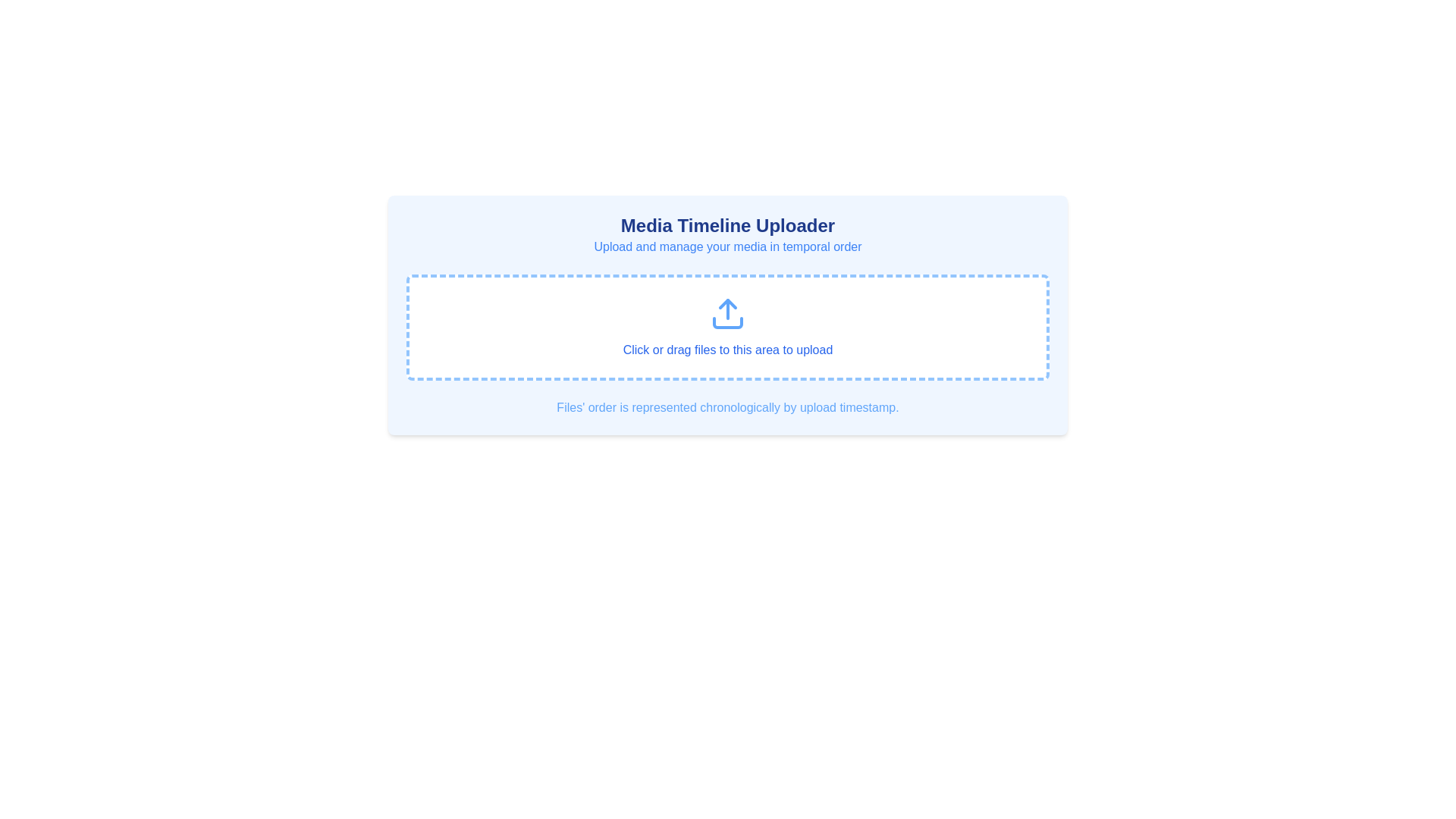 The width and height of the screenshot is (1456, 819). What do you see at coordinates (728, 304) in the screenshot?
I see `the filled blue upward arrow graphic element located within the outlined upload icon in the middle section of the upload area` at bounding box center [728, 304].